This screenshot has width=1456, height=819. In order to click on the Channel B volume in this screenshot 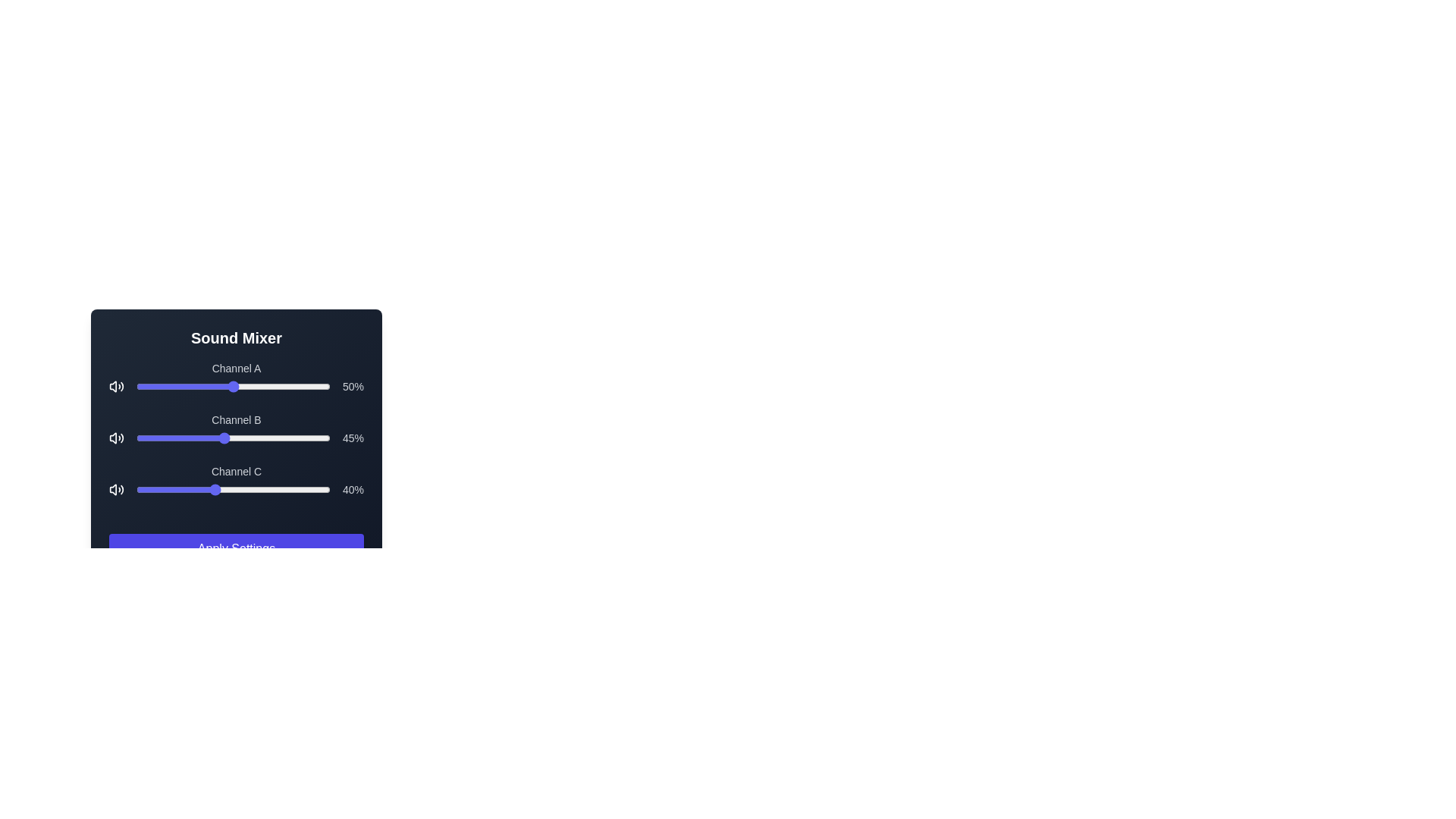, I will do `click(303, 438)`.